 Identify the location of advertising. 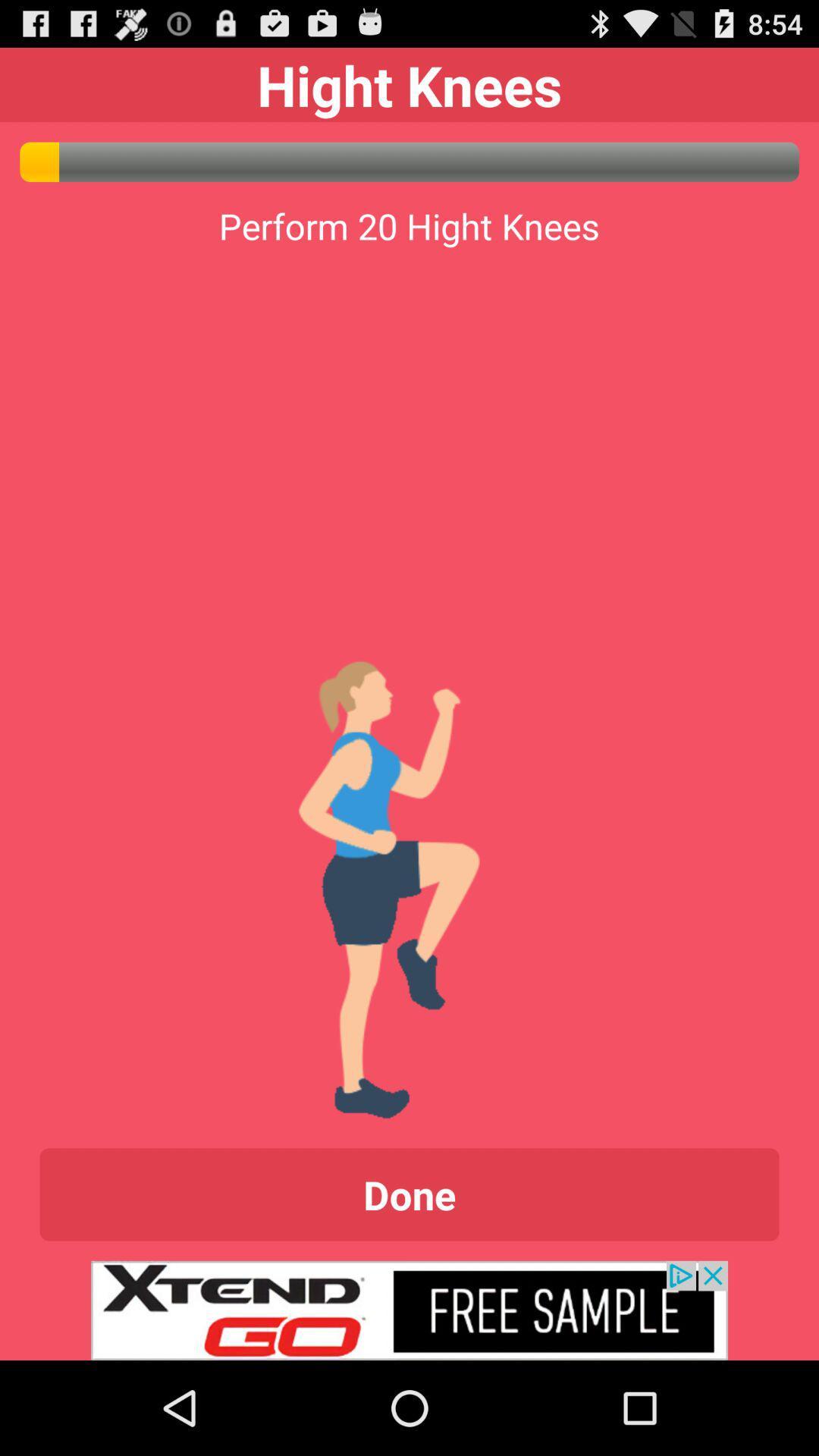
(409, 1310).